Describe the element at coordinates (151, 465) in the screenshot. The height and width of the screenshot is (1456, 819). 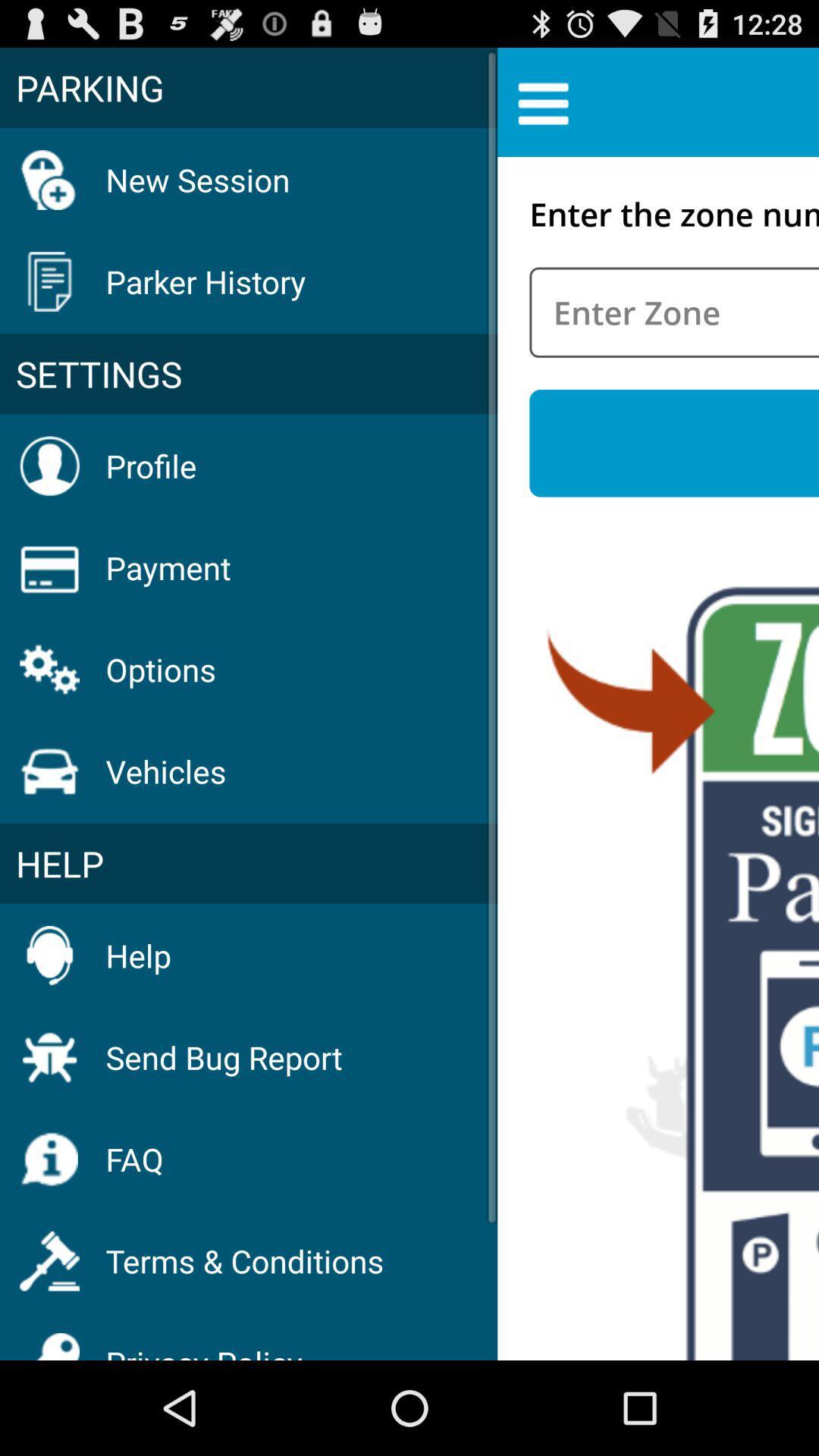
I see `item below settings item` at that location.